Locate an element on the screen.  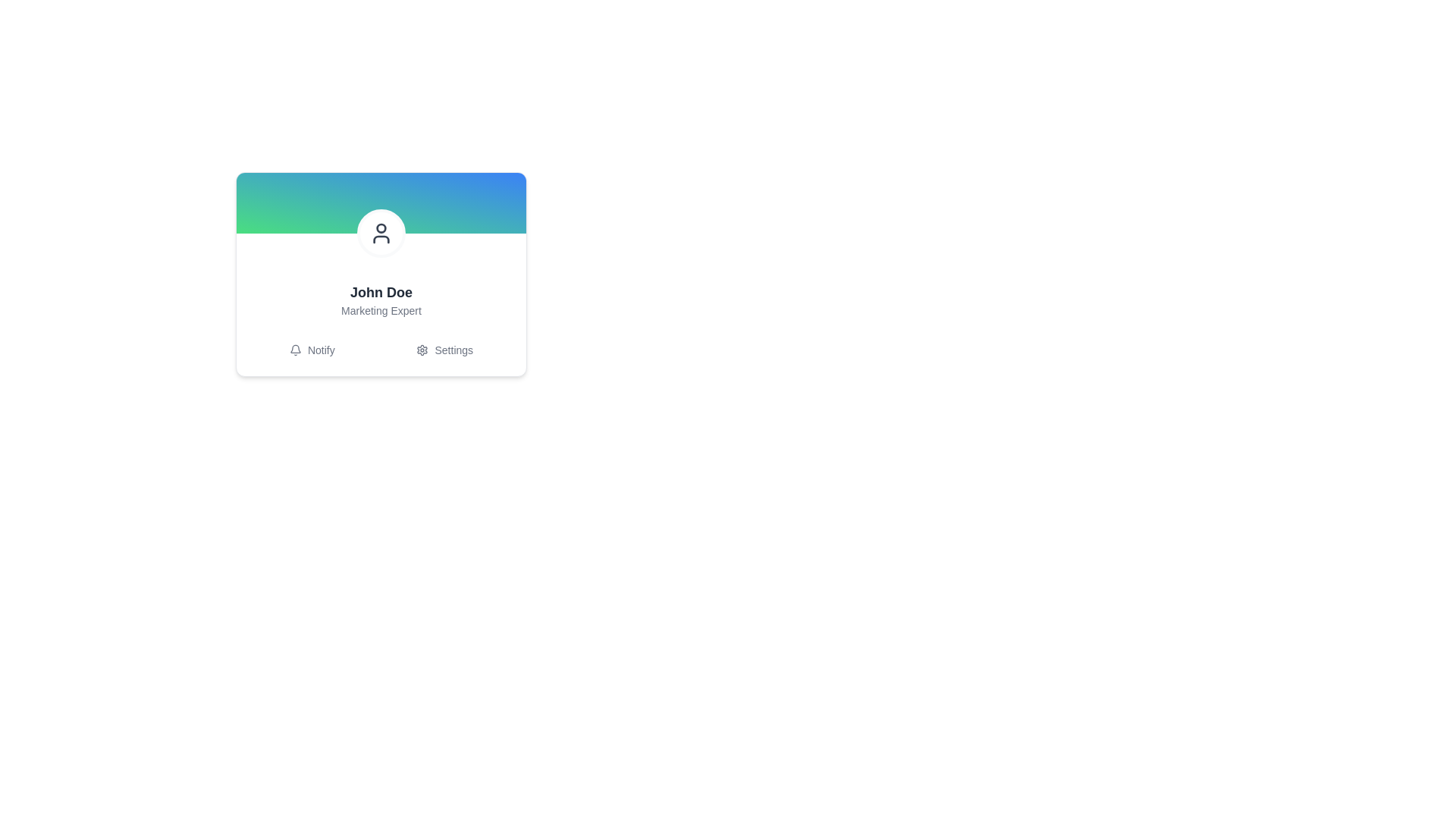
the decorative icon component representing the user profile, which is centered above the text 'John Doe, Marketing Expert.' is located at coordinates (381, 234).